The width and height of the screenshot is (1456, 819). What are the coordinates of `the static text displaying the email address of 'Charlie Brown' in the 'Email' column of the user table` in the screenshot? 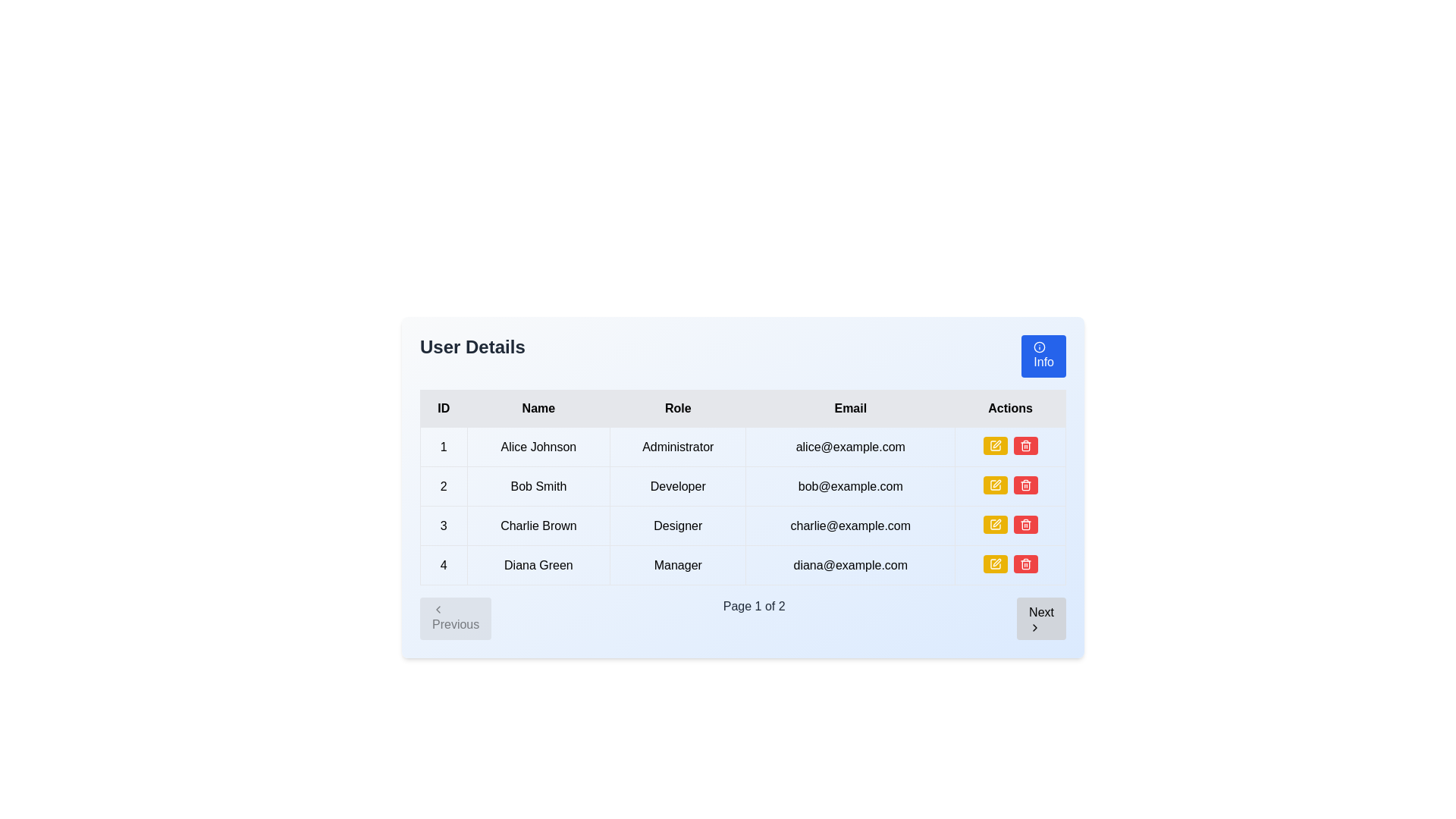 It's located at (850, 525).